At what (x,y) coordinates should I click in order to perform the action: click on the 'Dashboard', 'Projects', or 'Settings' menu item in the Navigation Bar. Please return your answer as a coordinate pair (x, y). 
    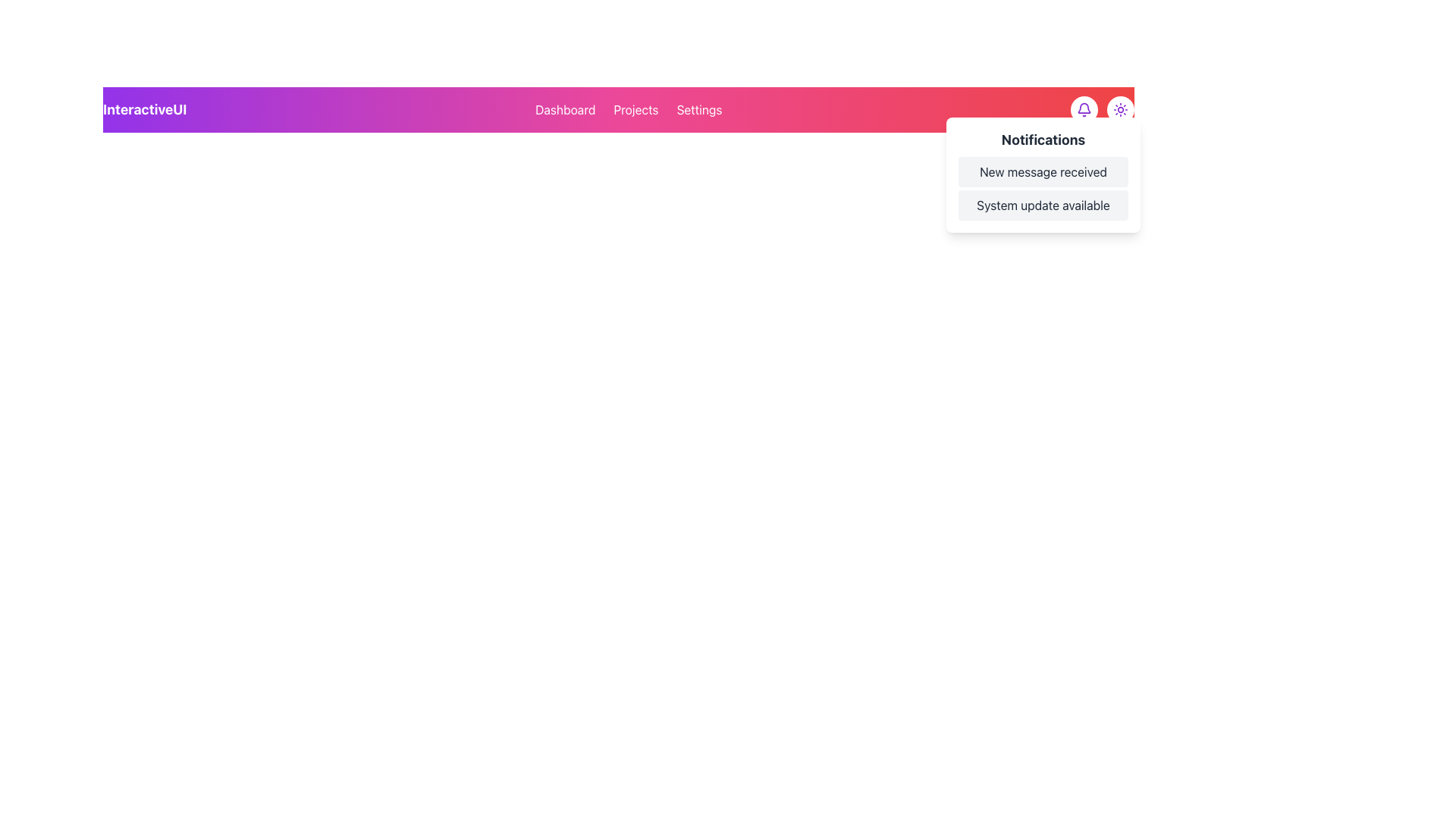
    Looking at the image, I should click on (619, 109).